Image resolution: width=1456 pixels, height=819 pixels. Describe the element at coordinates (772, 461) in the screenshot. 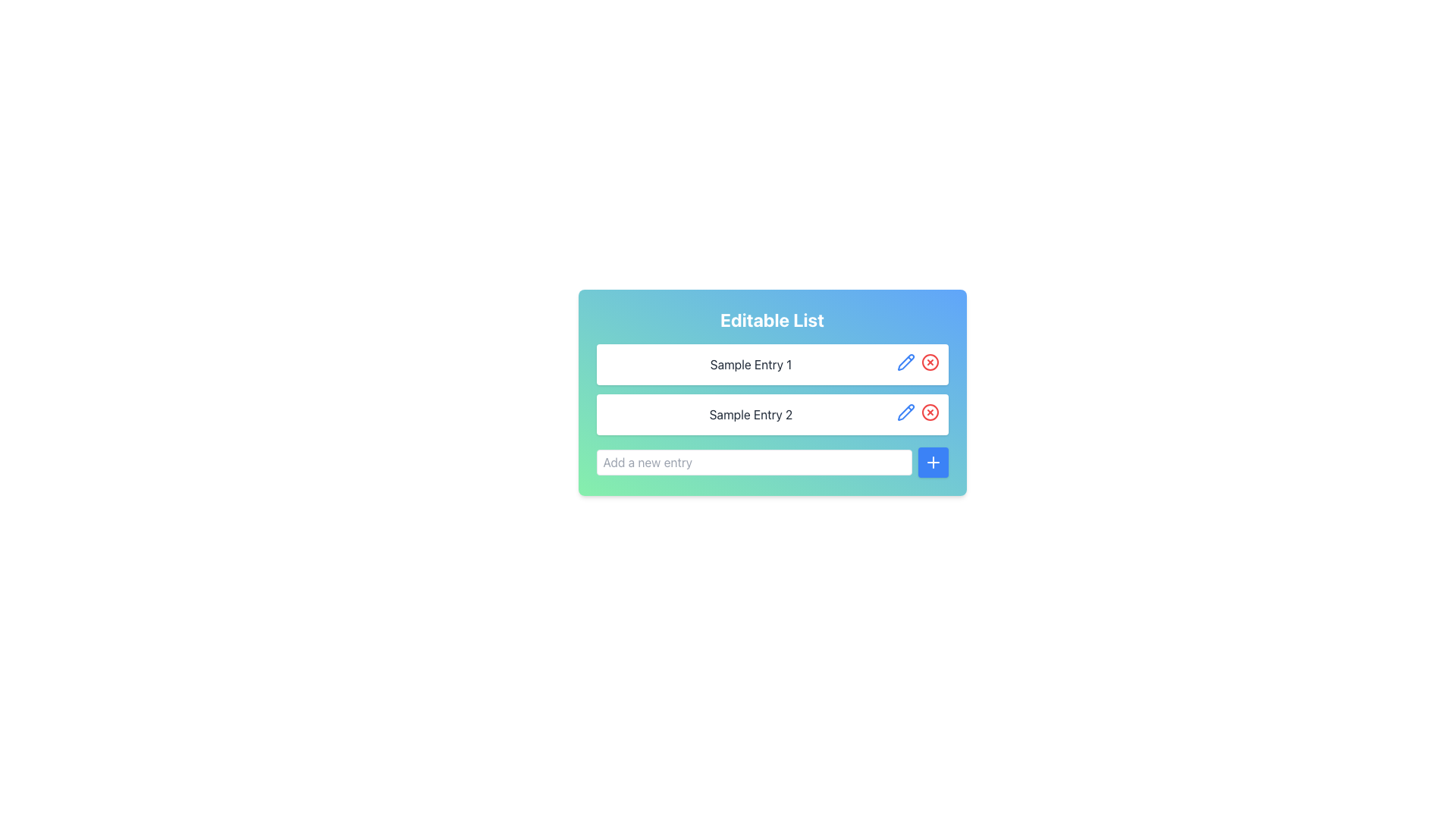

I see `the blue plus button in the 'Editable List' section` at that location.